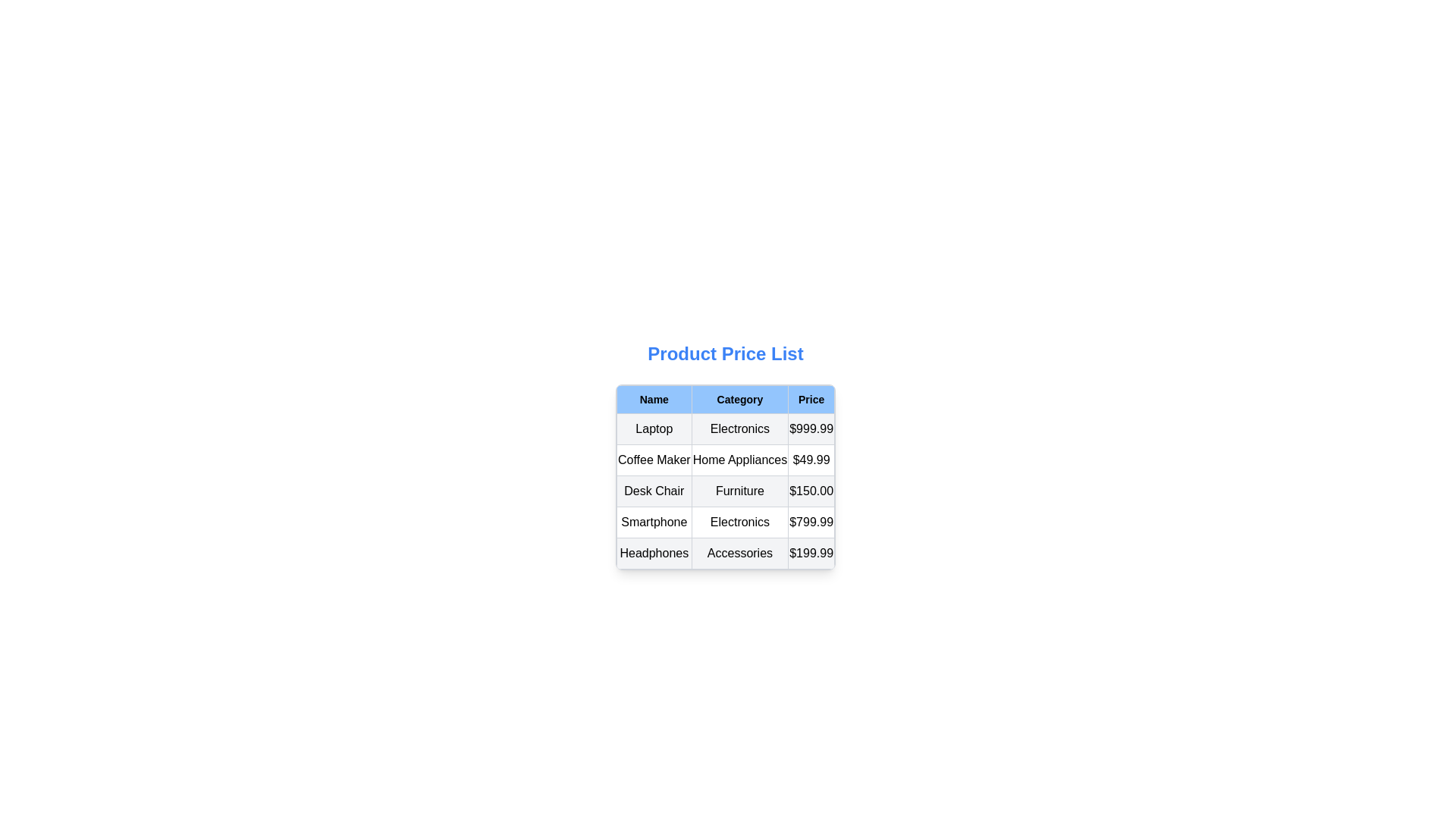  What do you see at coordinates (654, 553) in the screenshot?
I see `text displayed in the Text label element that shows 'Headphones', which is located in the last row of the table under the 'Name' column` at bounding box center [654, 553].